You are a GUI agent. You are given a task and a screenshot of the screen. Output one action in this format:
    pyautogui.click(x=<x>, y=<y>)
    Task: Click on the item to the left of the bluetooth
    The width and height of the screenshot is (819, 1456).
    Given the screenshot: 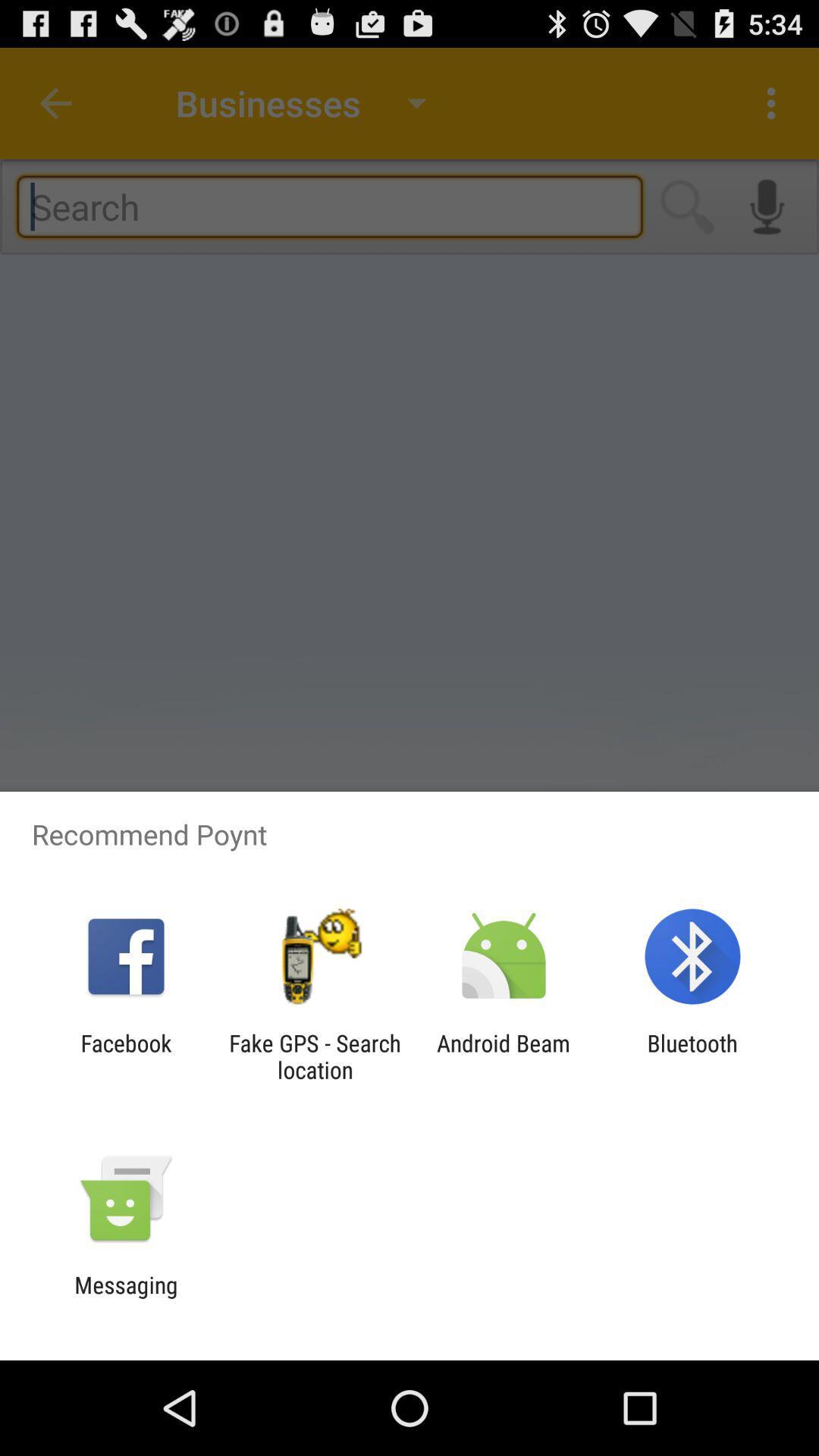 What is the action you would take?
    pyautogui.click(x=504, y=1056)
    